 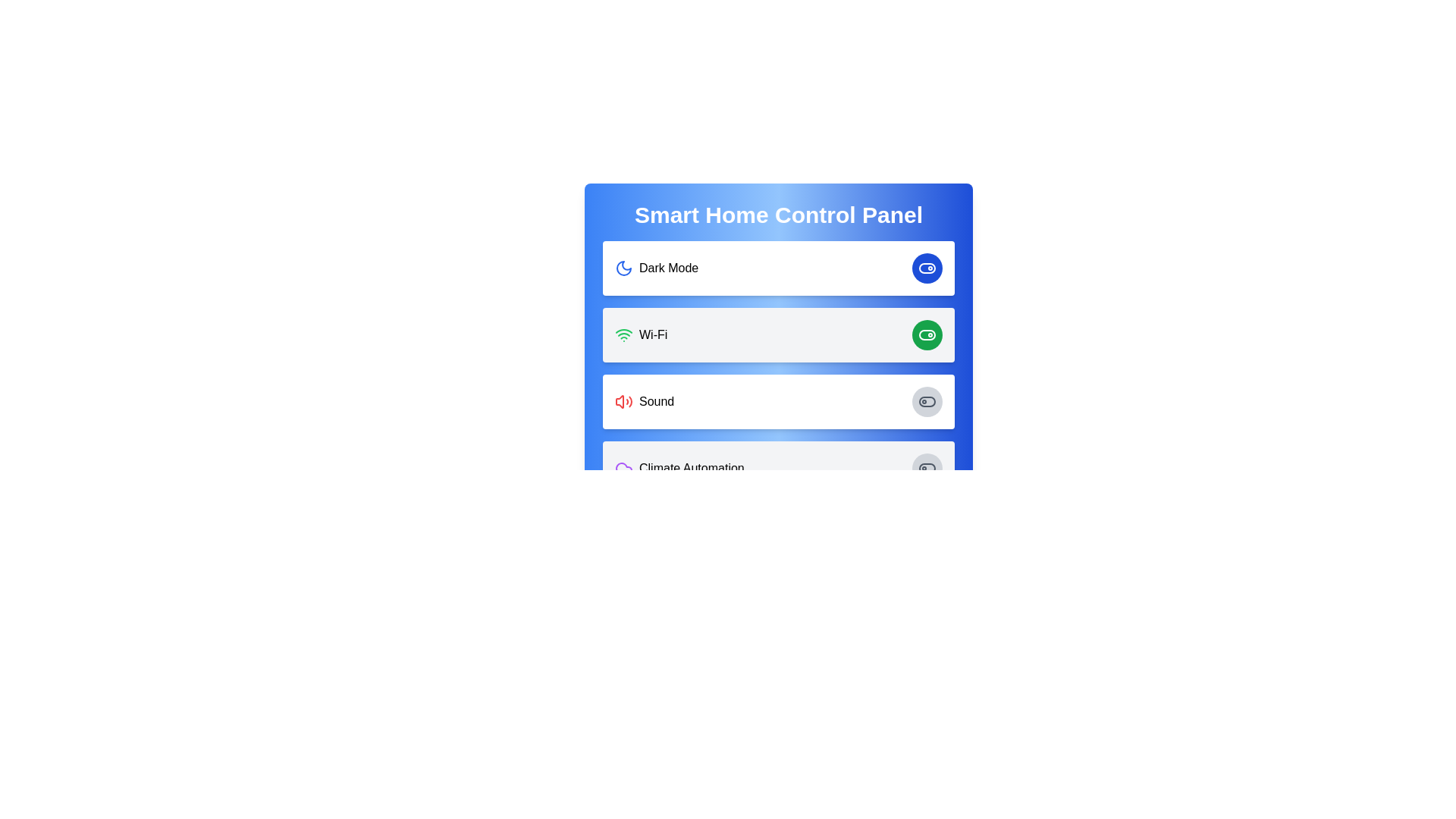 I want to click on the toggle switch located inside a gray circular background, which is the rightmost part of the 'Climate Automation' row in the 'Smart Home Control Panel', so click(x=927, y=467).